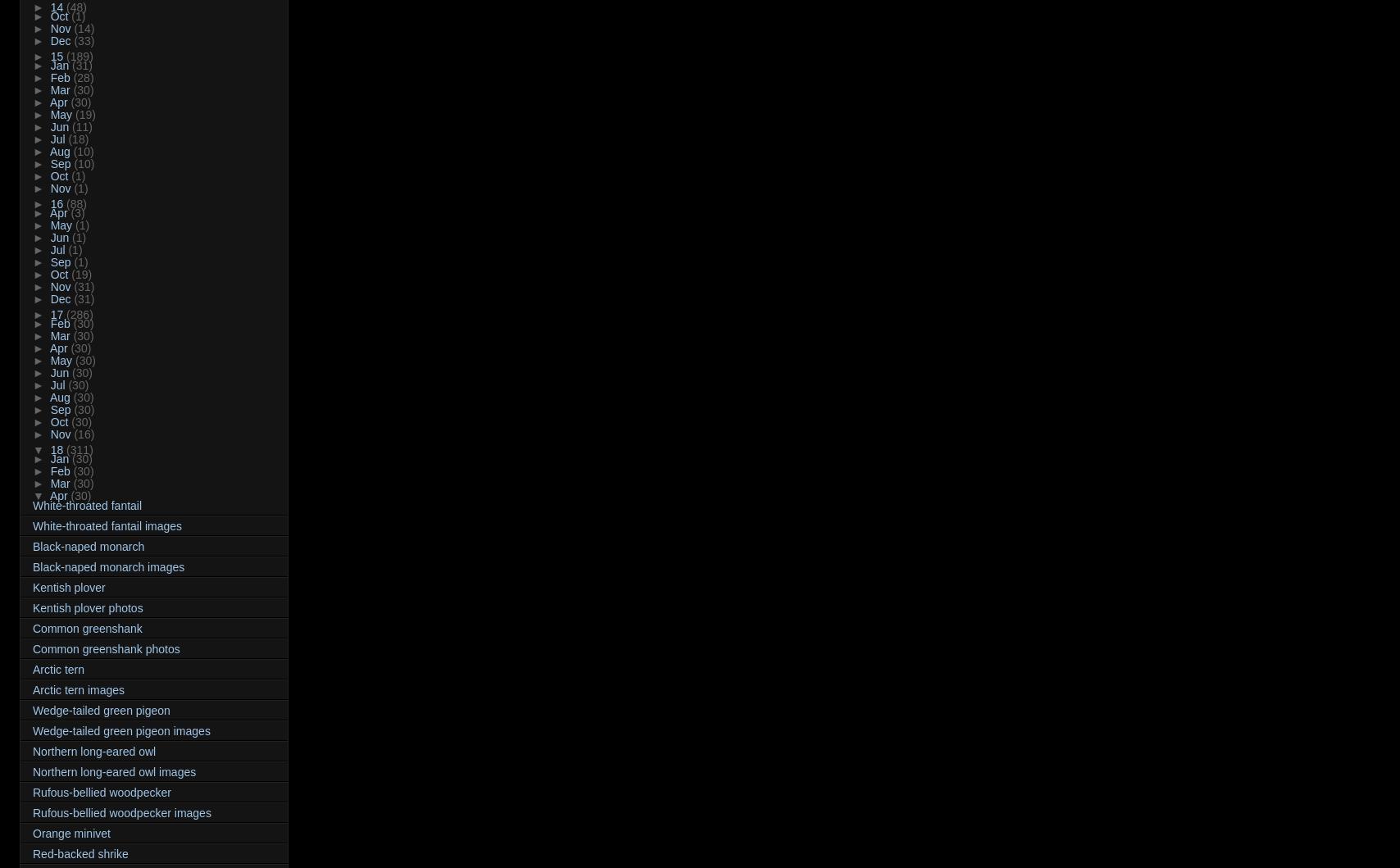  What do you see at coordinates (107, 525) in the screenshot?
I see `'White-throated fantail images'` at bounding box center [107, 525].